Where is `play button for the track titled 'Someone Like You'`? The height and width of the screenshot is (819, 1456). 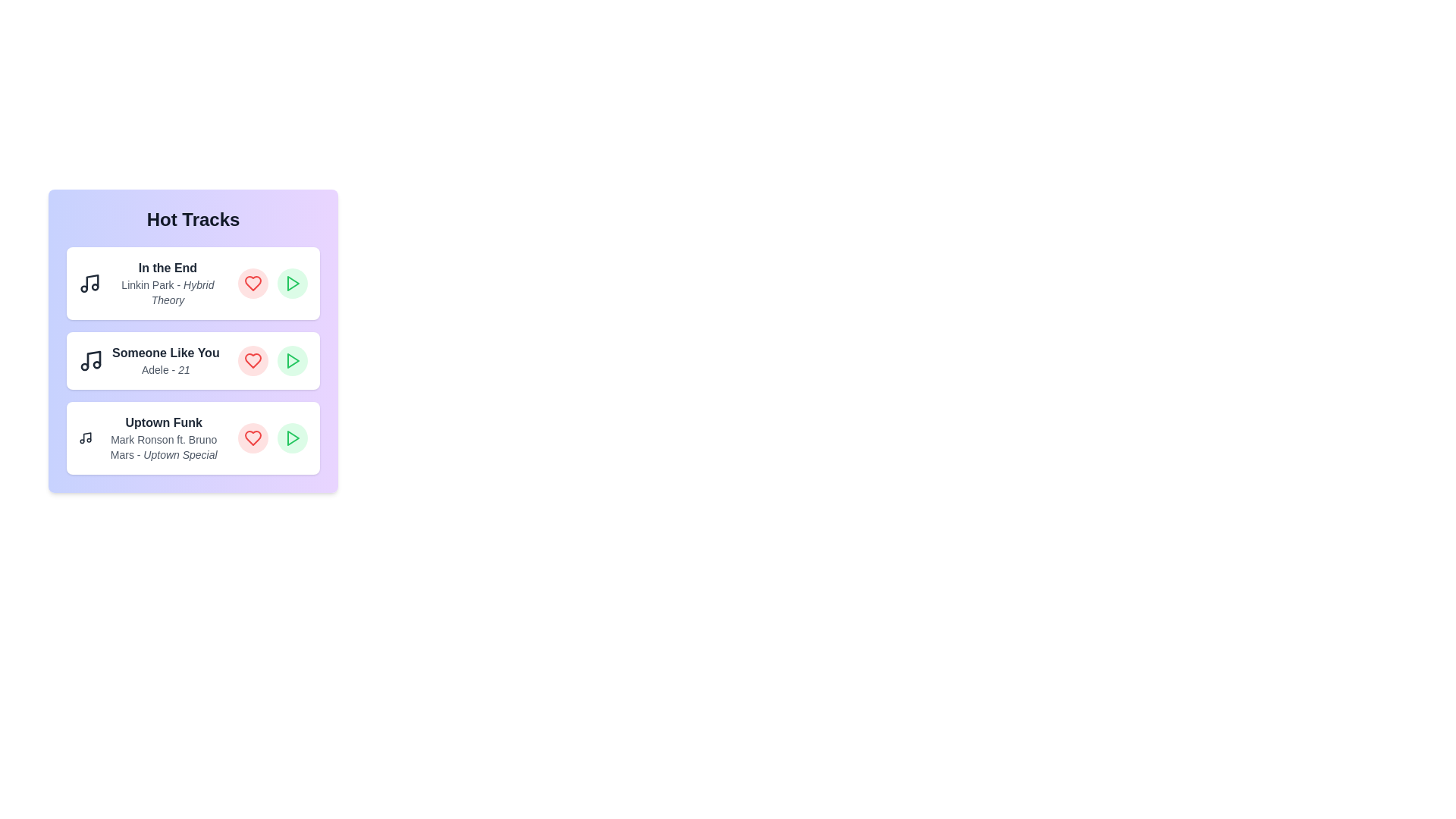
play button for the track titled 'Someone Like You' is located at coordinates (292, 360).